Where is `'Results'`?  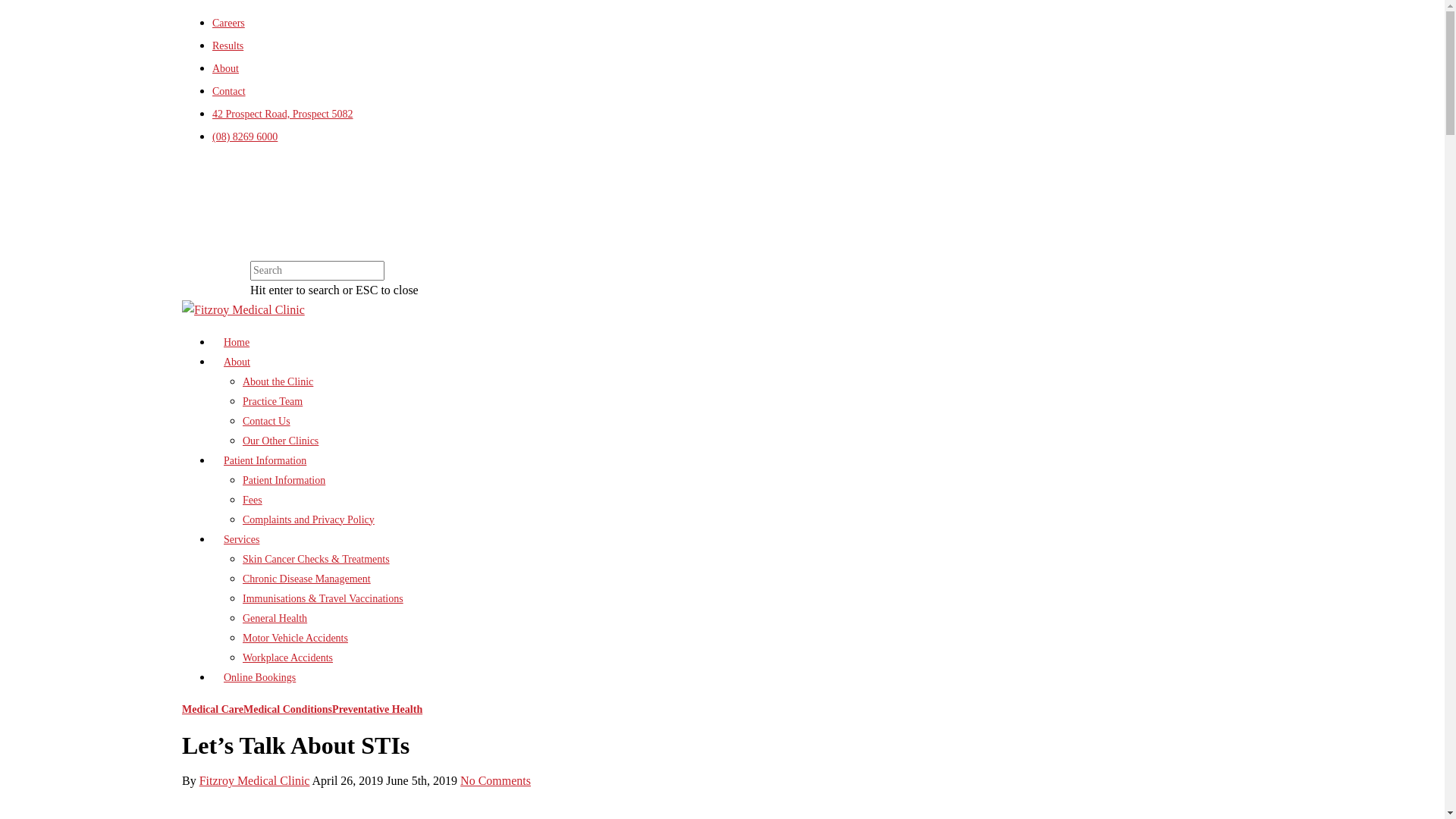 'Results' is located at coordinates (227, 45).